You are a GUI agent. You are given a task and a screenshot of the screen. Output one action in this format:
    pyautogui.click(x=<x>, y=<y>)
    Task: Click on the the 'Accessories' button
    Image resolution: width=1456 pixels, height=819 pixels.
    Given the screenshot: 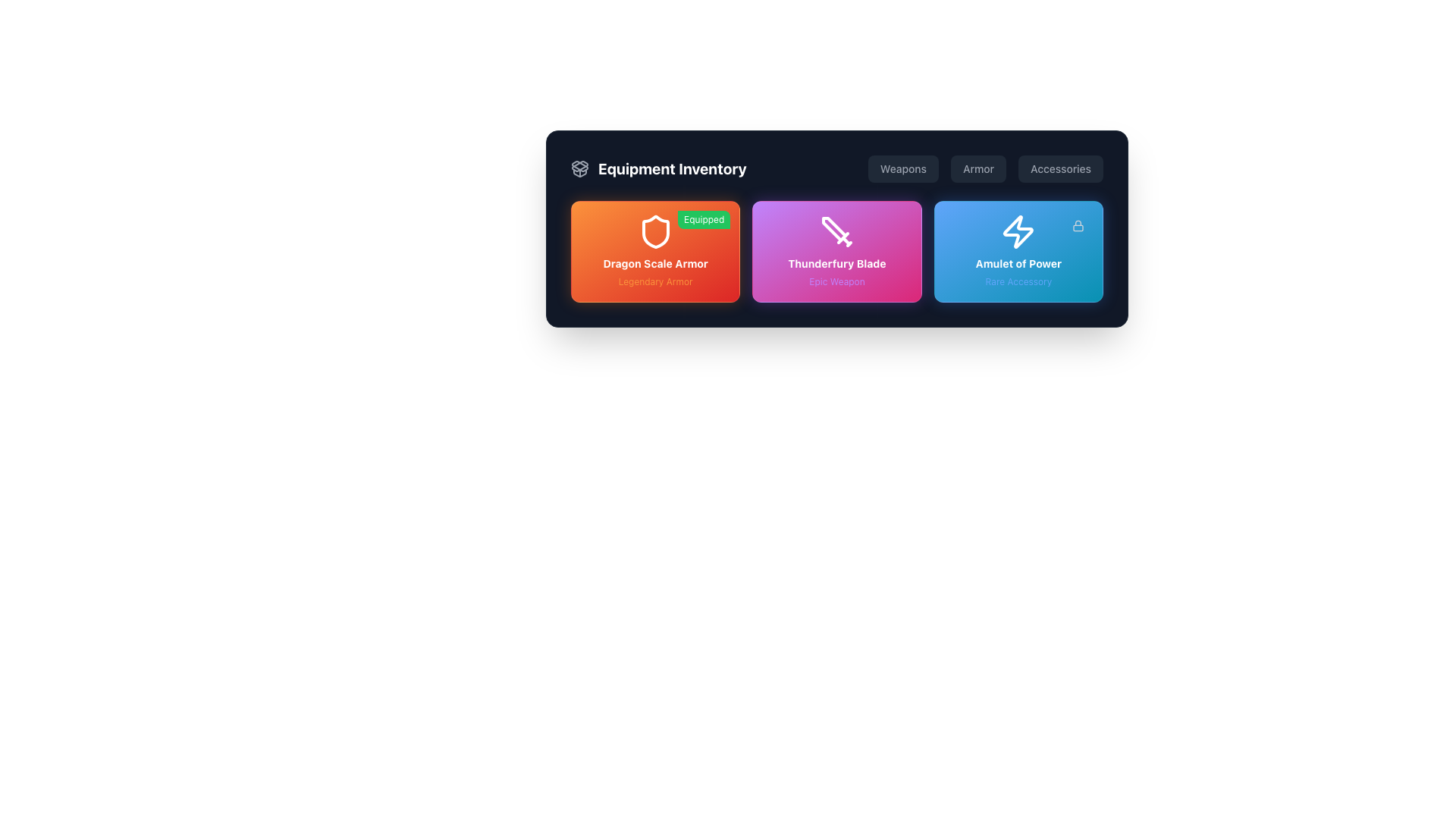 What is the action you would take?
    pyautogui.click(x=1060, y=169)
    